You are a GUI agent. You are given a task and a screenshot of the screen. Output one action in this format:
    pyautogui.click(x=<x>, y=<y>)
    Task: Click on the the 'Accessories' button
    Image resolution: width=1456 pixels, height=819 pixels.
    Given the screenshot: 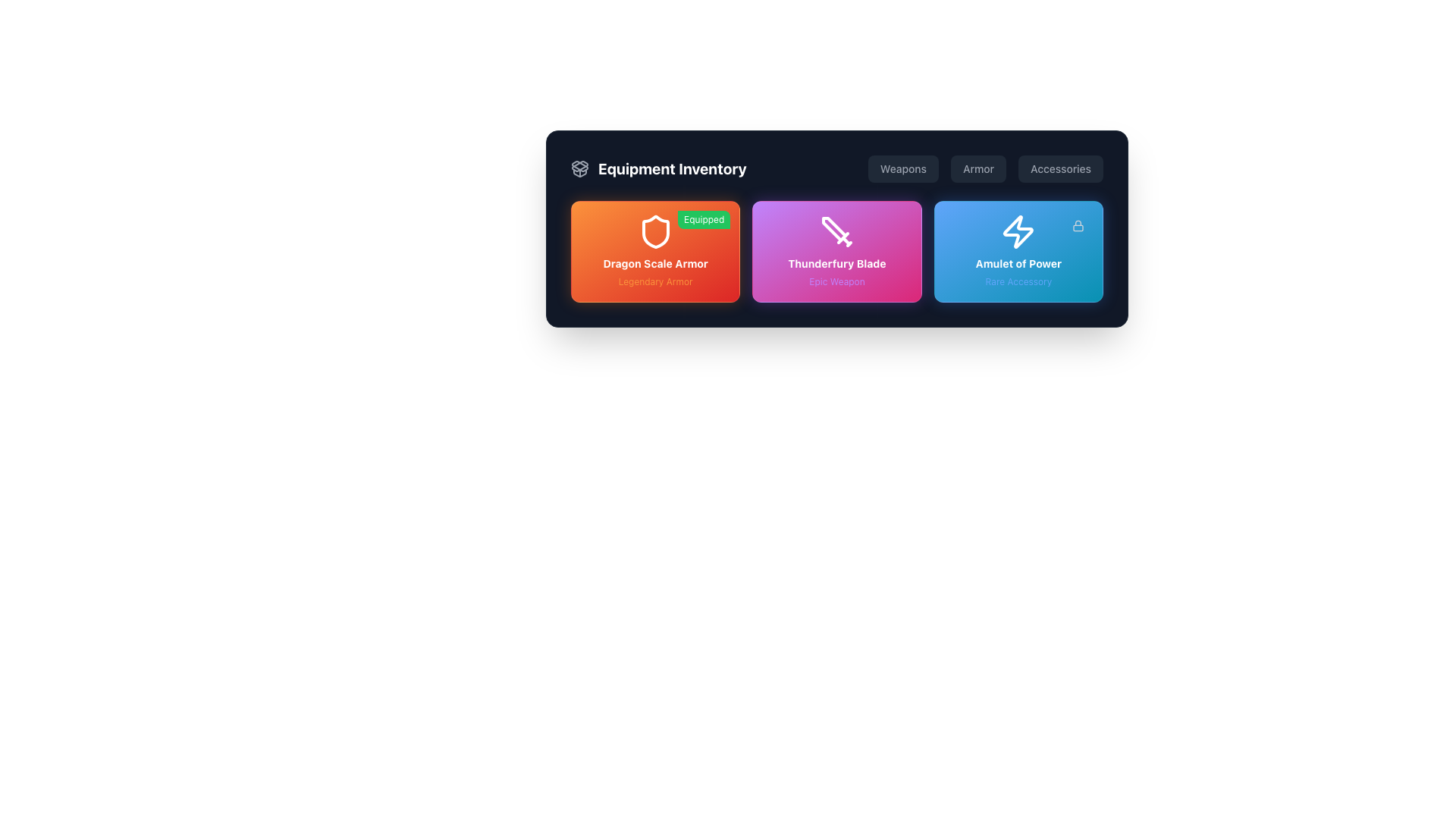 What is the action you would take?
    pyautogui.click(x=1060, y=169)
    